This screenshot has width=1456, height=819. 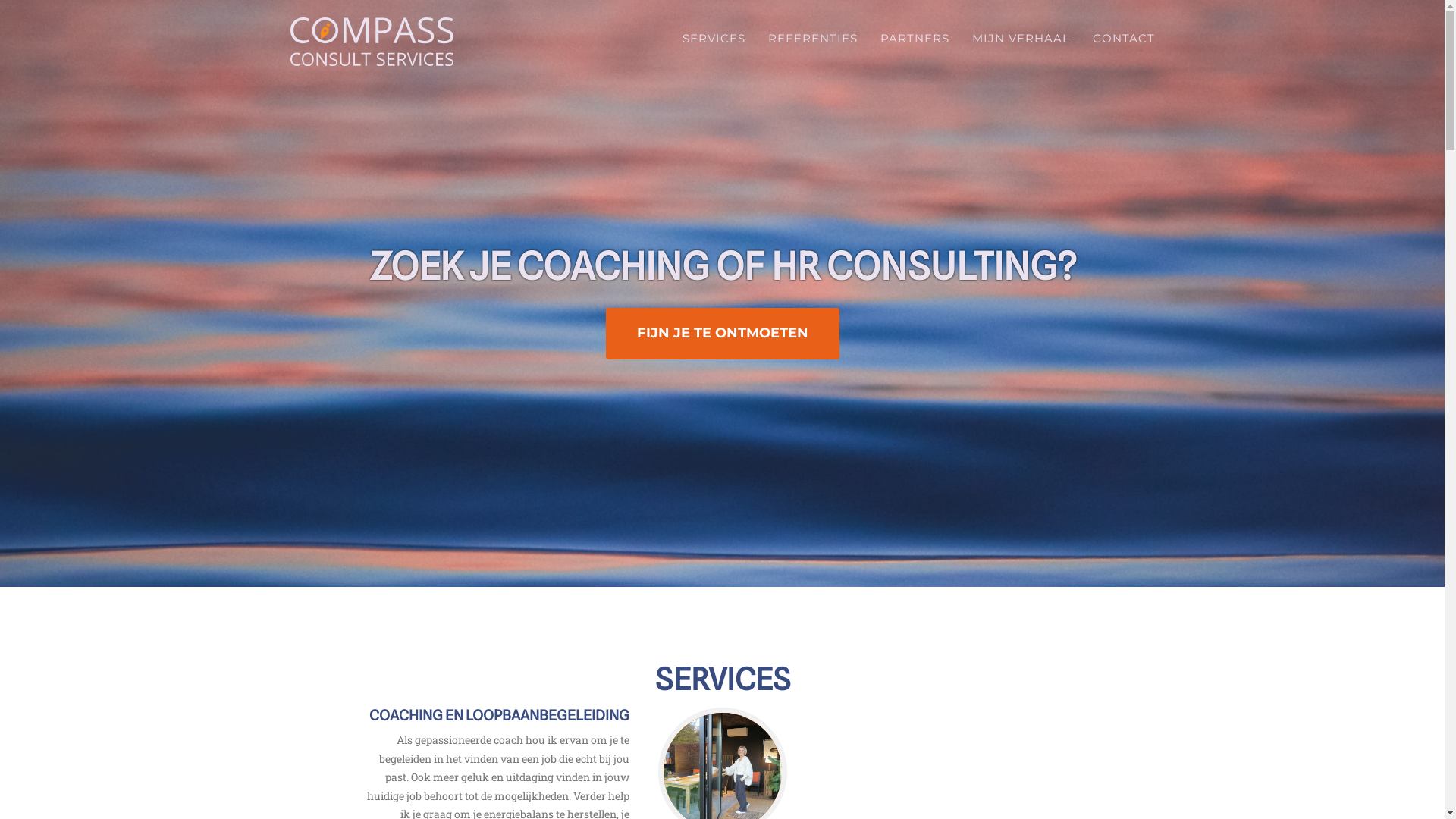 I want to click on 'PARTNERS', so click(x=914, y=37).